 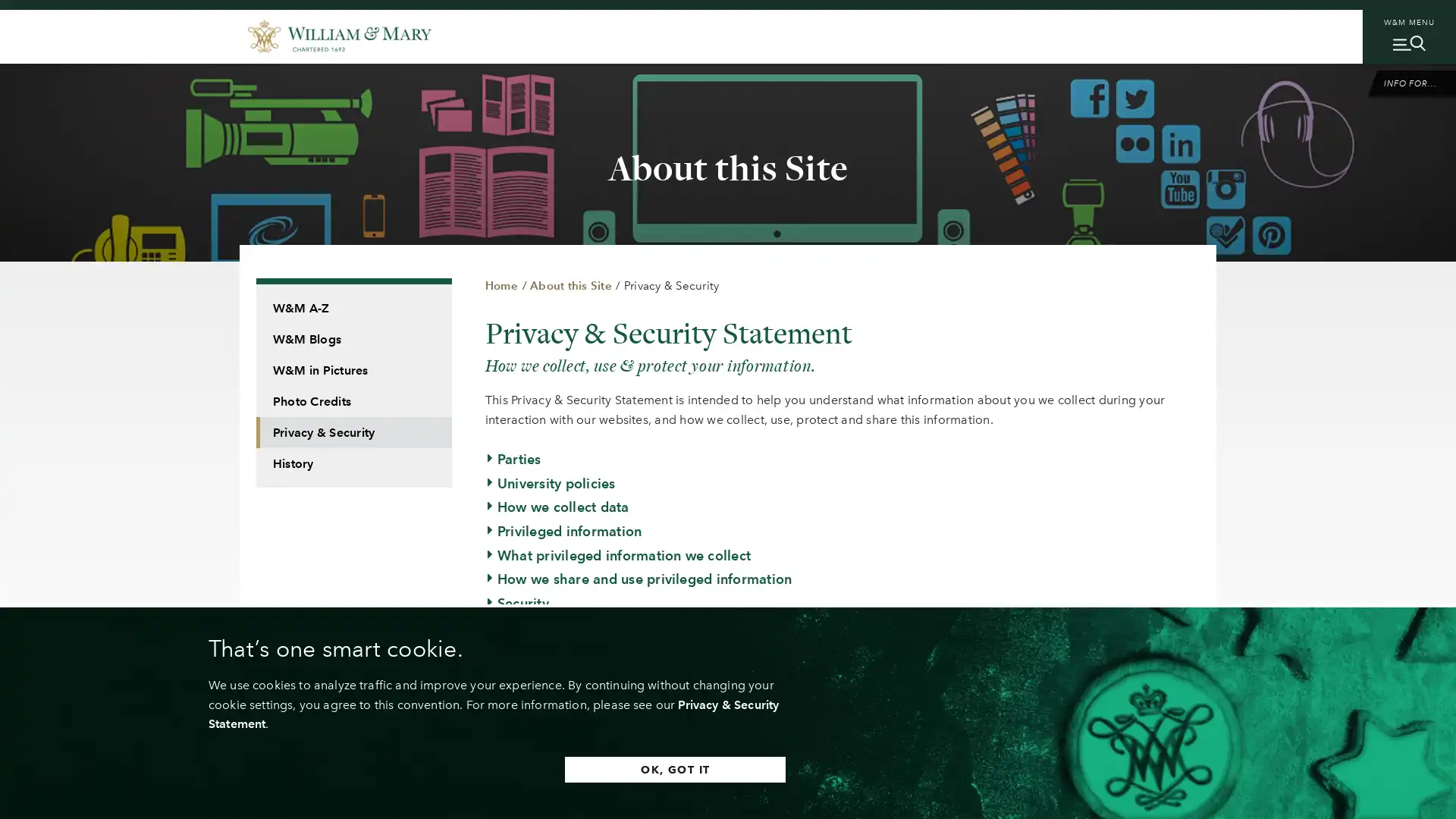 I want to click on Changes to our privacy & security policy statement, so click(x=655, y=674).